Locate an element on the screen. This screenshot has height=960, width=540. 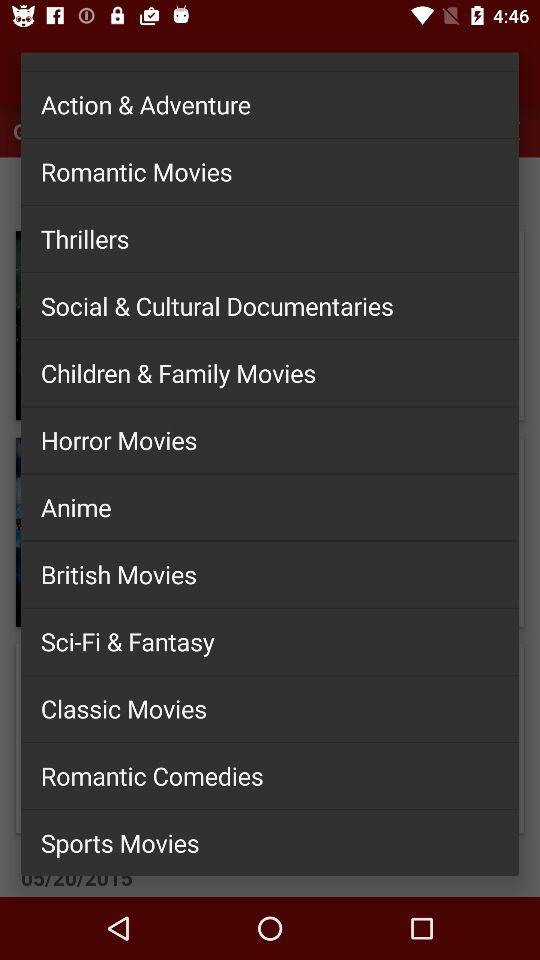
sci-fi & fantasy icon is located at coordinates (270, 640).